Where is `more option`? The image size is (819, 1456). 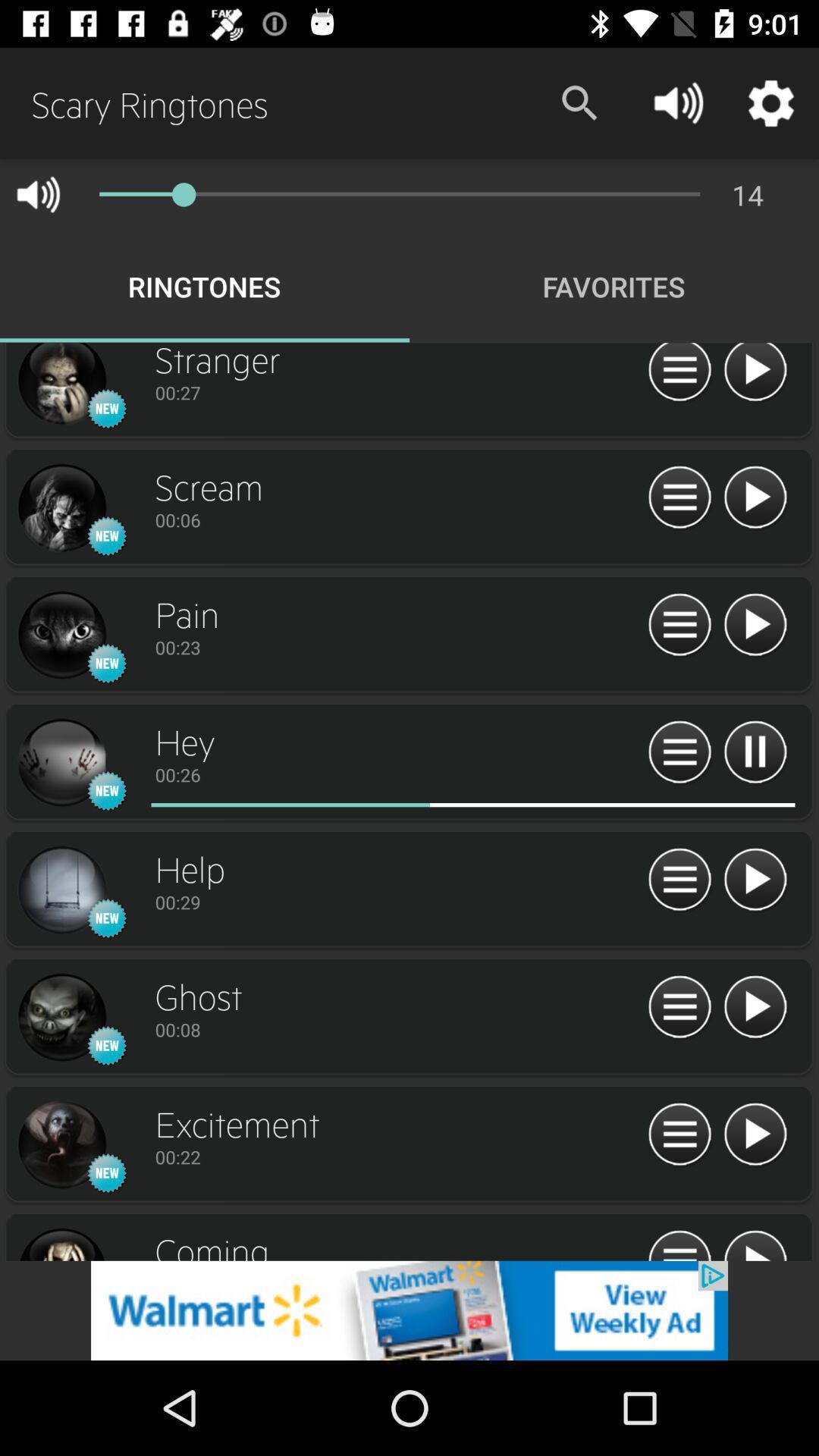 more option is located at coordinates (679, 1244).